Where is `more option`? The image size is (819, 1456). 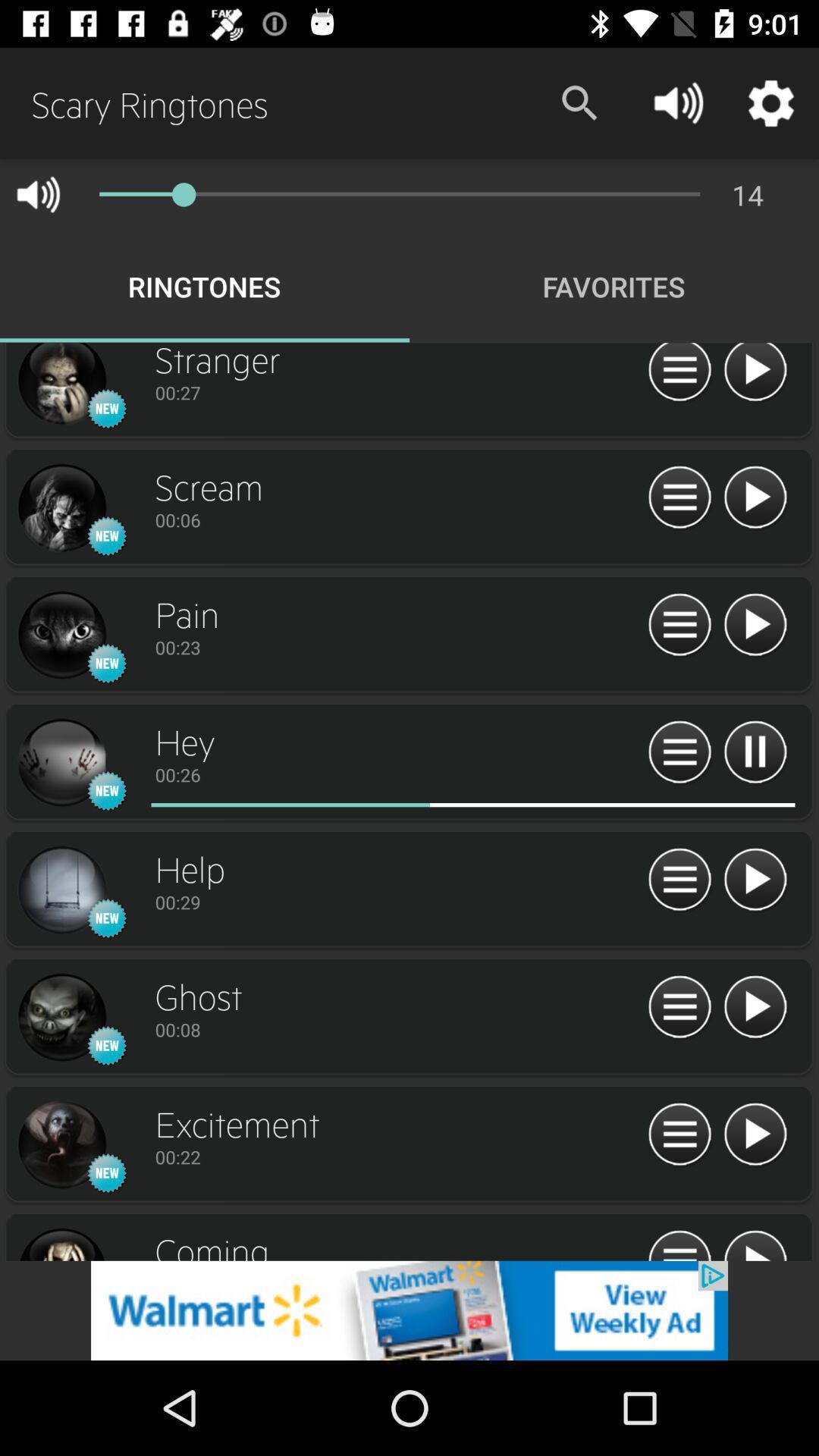 more option is located at coordinates (679, 1244).